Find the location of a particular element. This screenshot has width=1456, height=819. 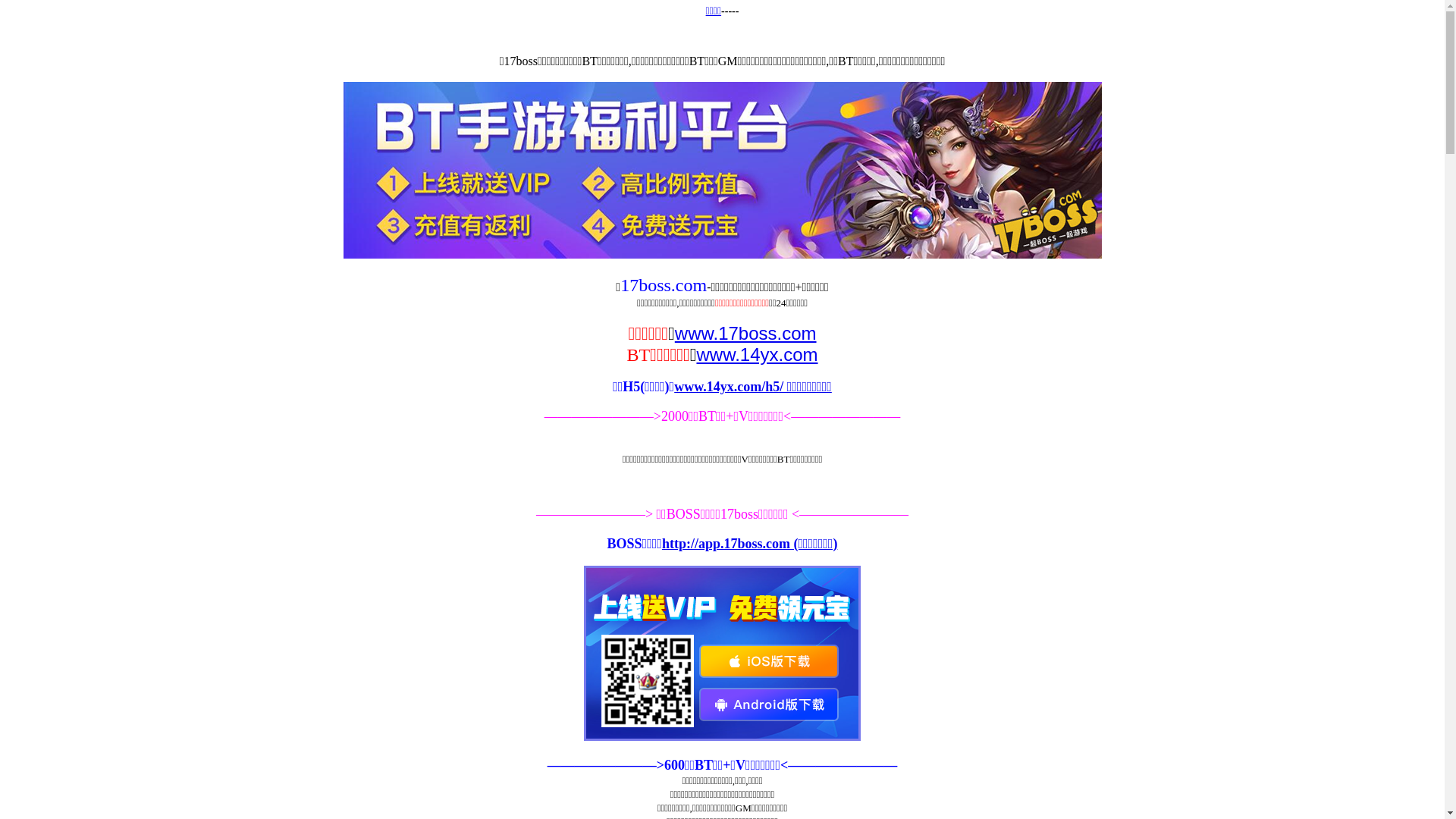

'www.17boss.com' is located at coordinates (673, 332).